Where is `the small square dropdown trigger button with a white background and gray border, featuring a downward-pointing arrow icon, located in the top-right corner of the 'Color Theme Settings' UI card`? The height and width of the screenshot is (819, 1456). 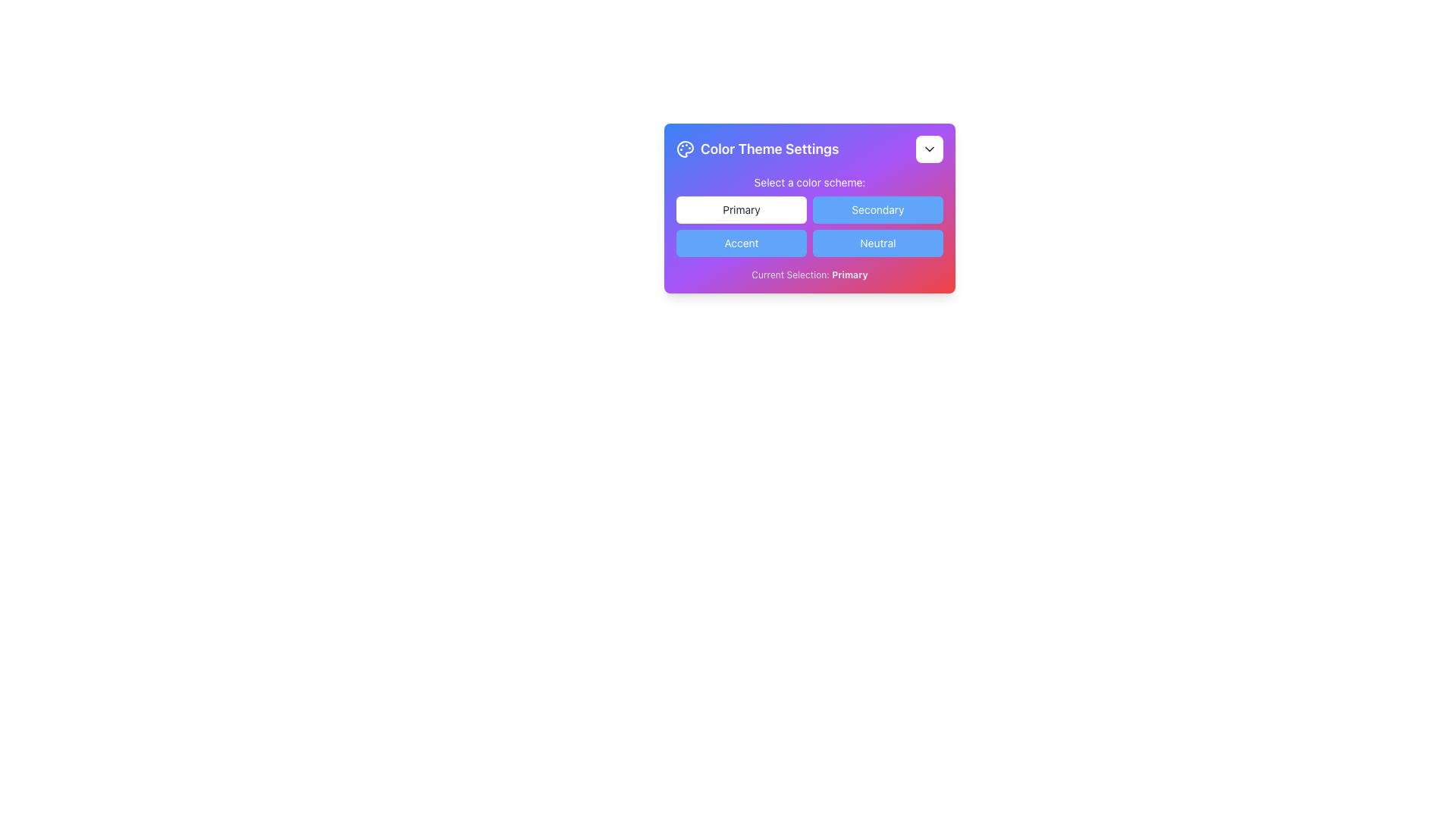
the small square dropdown trigger button with a white background and gray border, featuring a downward-pointing arrow icon, located in the top-right corner of the 'Color Theme Settings' UI card is located at coordinates (928, 149).